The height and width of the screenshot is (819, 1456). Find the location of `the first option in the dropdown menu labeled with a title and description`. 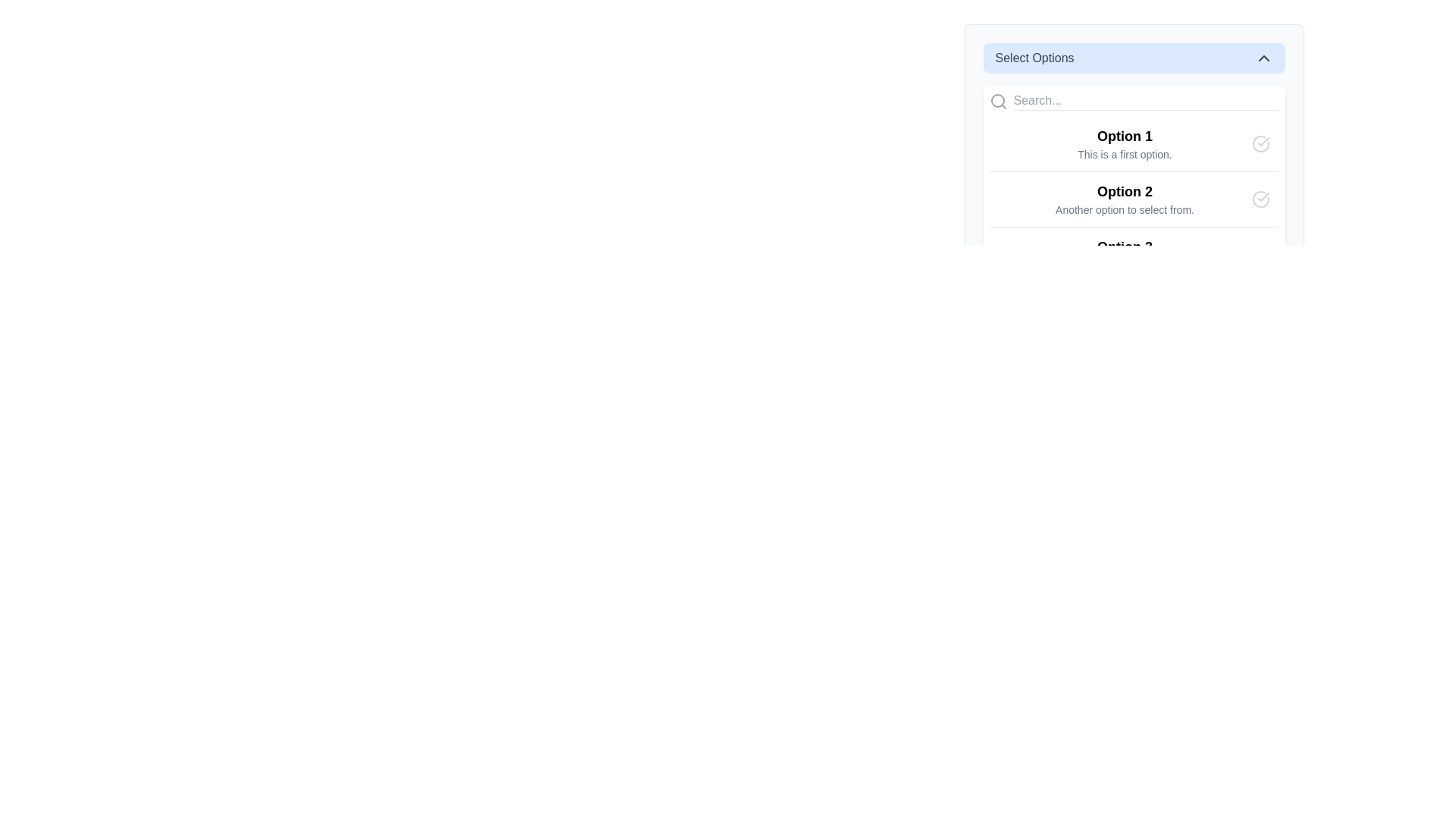

the first option in the dropdown menu labeled with a title and description is located at coordinates (1125, 143).